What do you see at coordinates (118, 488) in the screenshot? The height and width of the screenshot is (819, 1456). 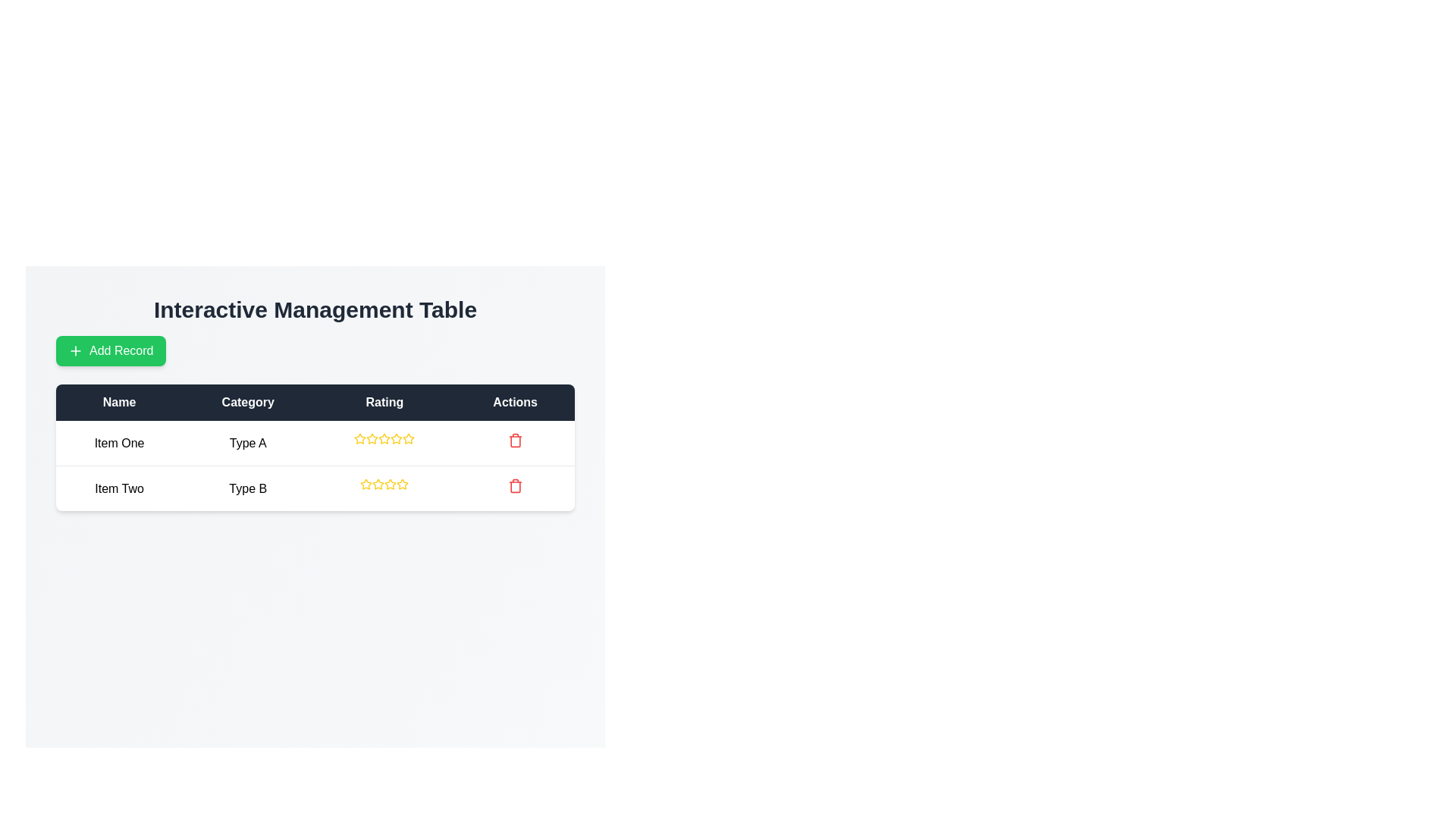 I see `the static text label displaying the name of an item in the second row of the 'Name' column in the data table` at bounding box center [118, 488].